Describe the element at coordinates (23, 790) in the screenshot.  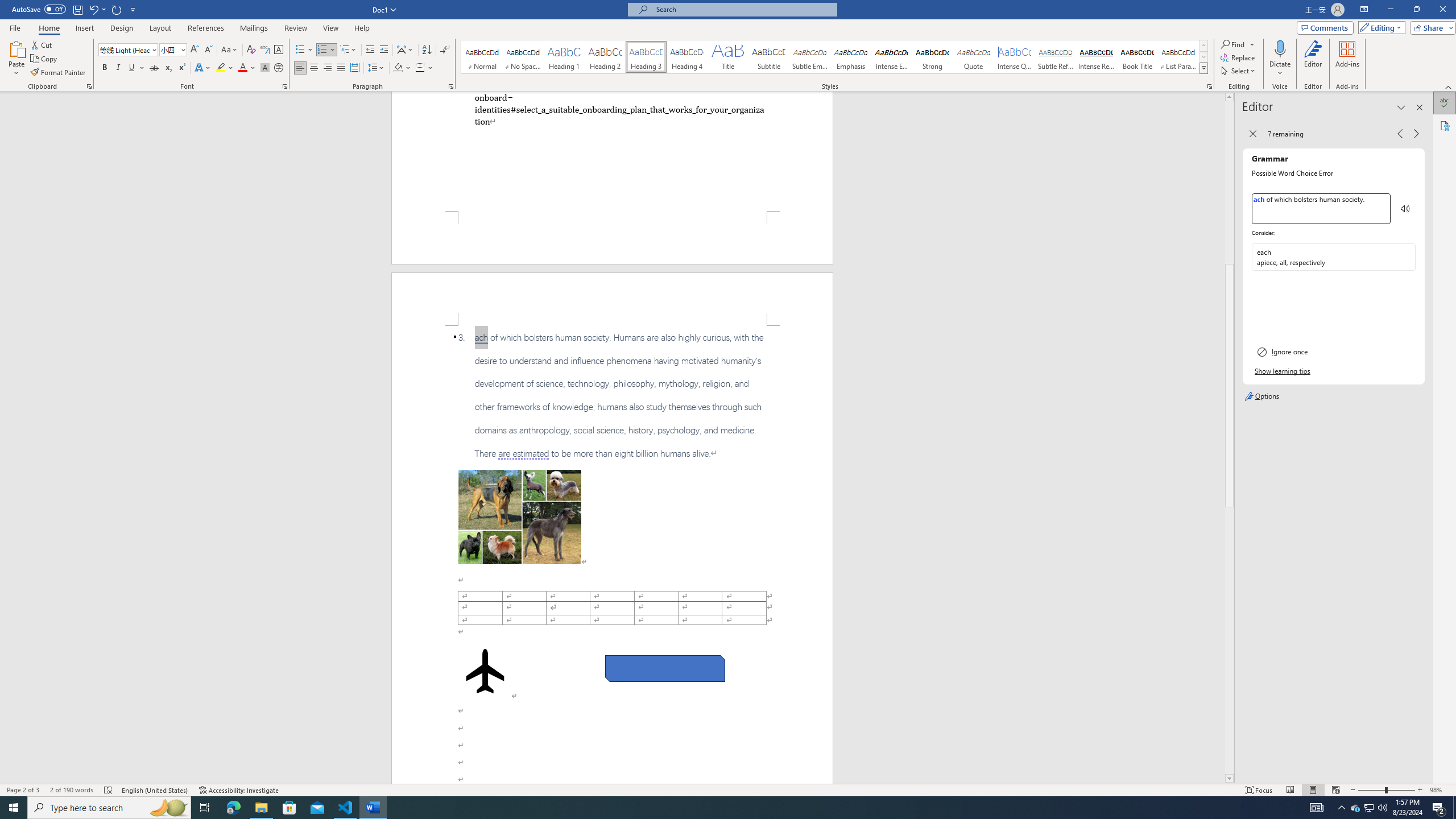
I see `'Page Number Page 2 of 3'` at that location.